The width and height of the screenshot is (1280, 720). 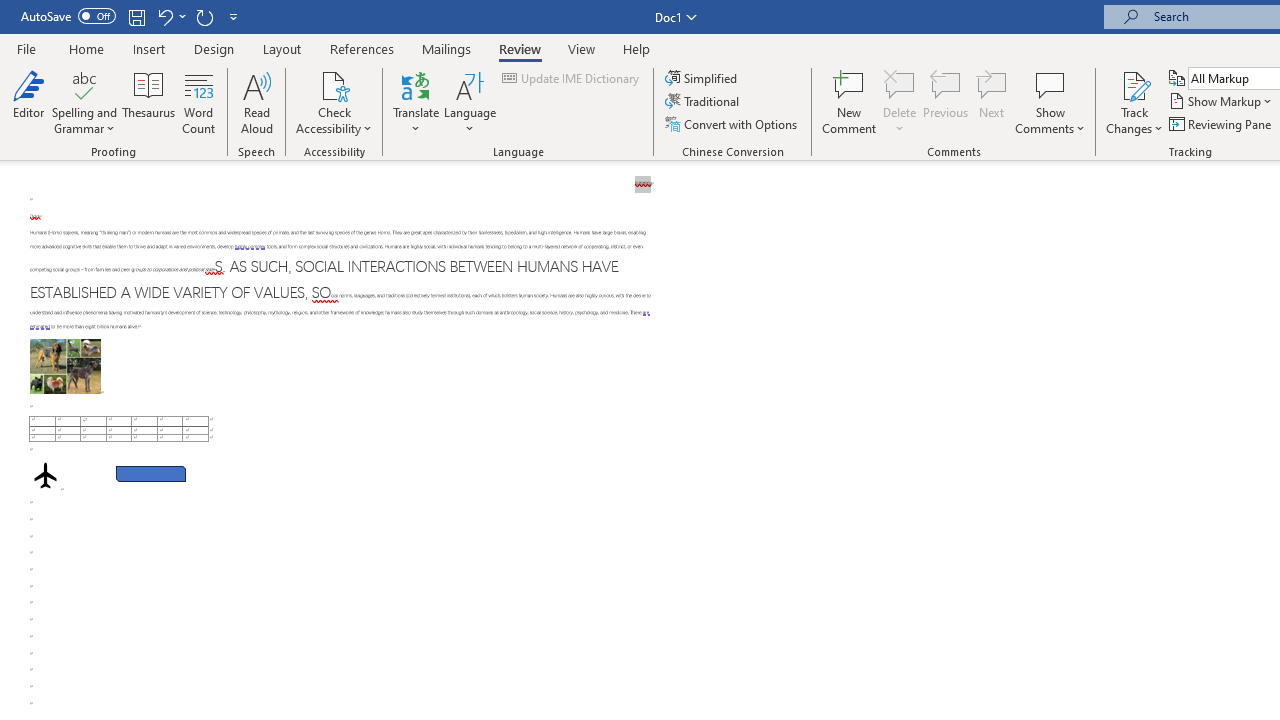 What do you see at coordinates (731, 124) in the screenshot?
I see `'Convert with Options...'` at bounding box center [731, 124].